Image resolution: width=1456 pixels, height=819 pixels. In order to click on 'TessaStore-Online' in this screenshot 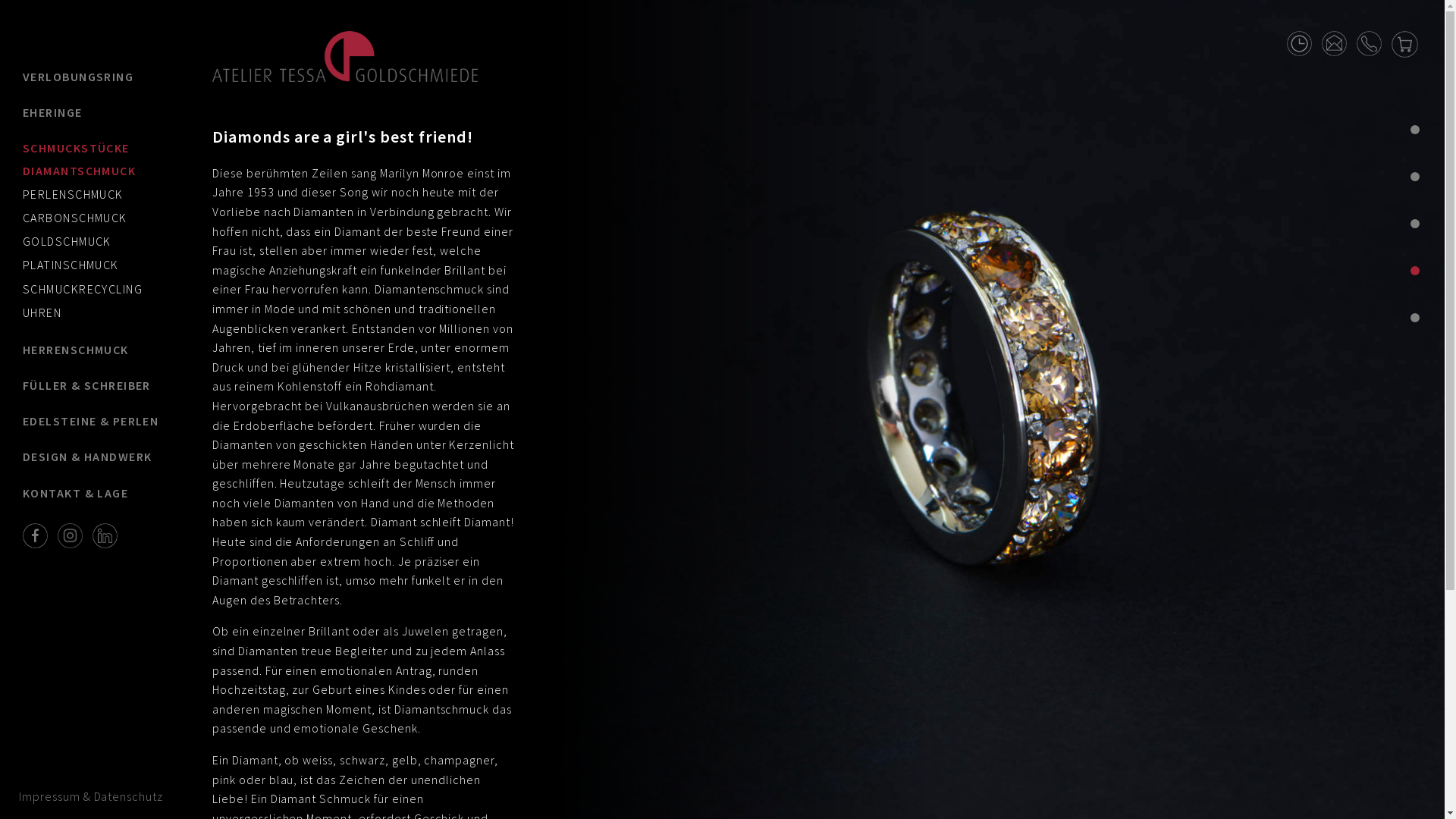, I will do `click(1404, 42)`.